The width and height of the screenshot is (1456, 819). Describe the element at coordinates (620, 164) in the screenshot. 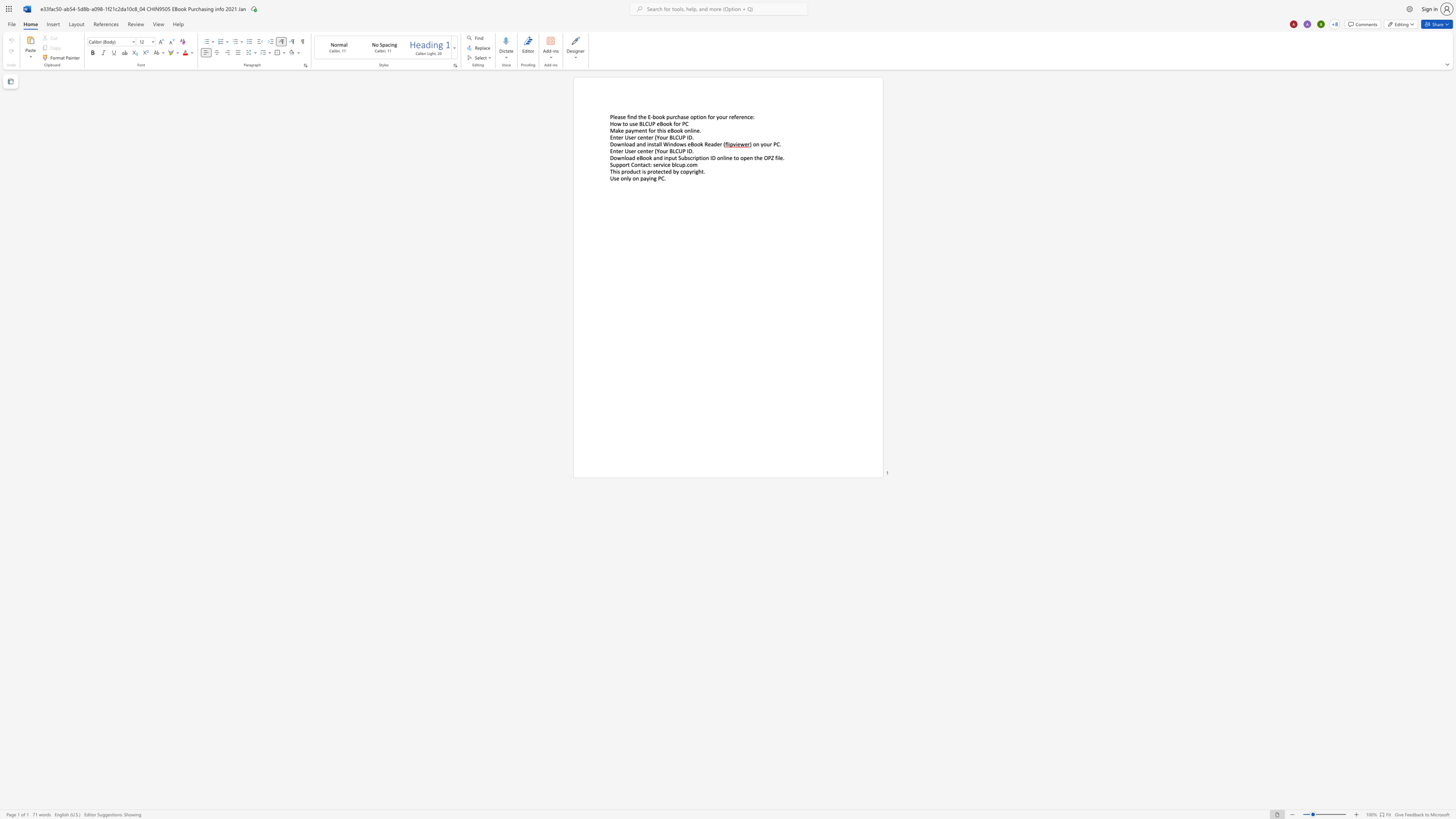

I see `the 2th character "p" in the text` at that location.